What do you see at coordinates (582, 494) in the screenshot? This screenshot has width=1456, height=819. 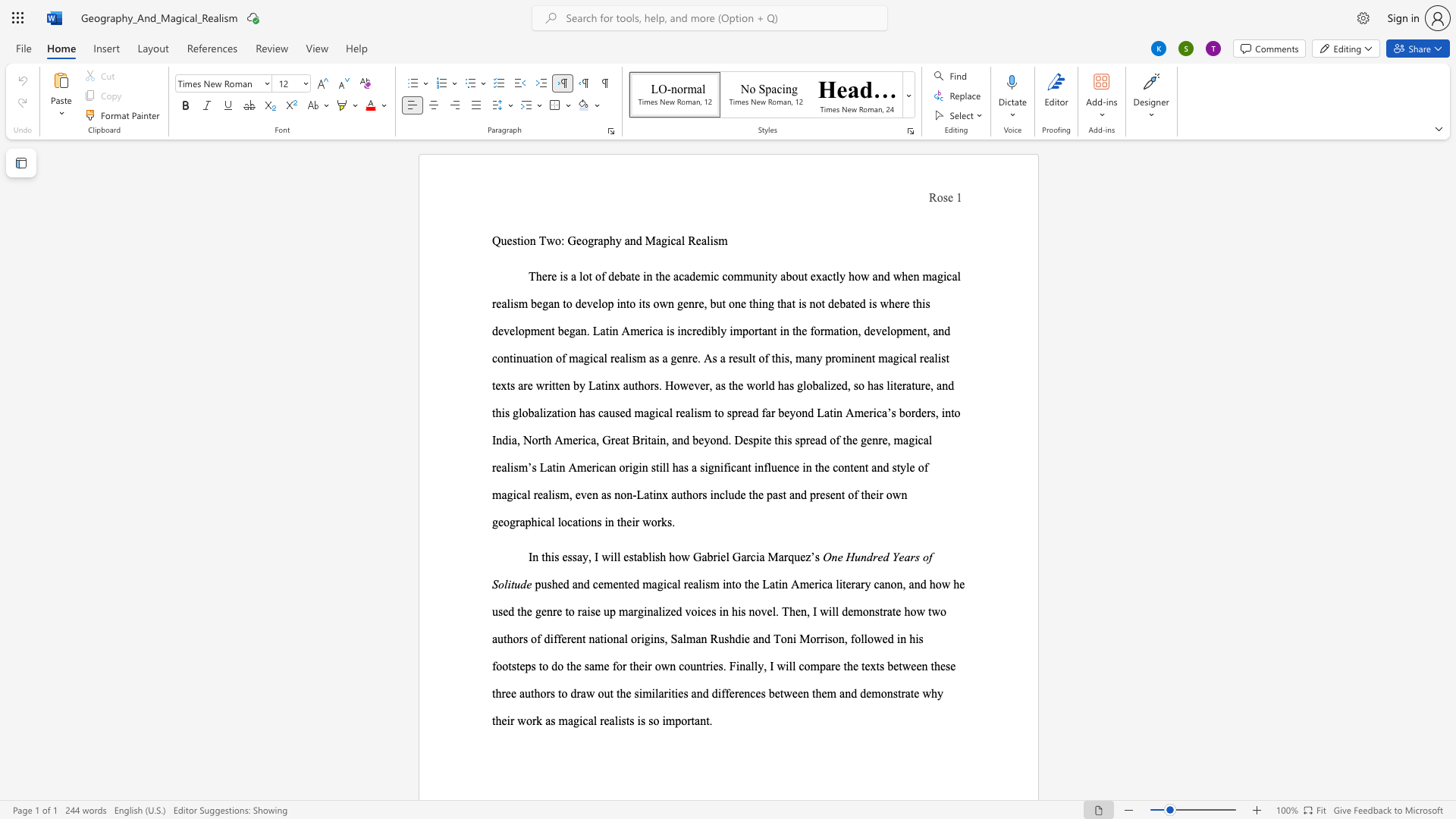 I see `the 1th character "v" in the text` at bounding box center [582, 494].